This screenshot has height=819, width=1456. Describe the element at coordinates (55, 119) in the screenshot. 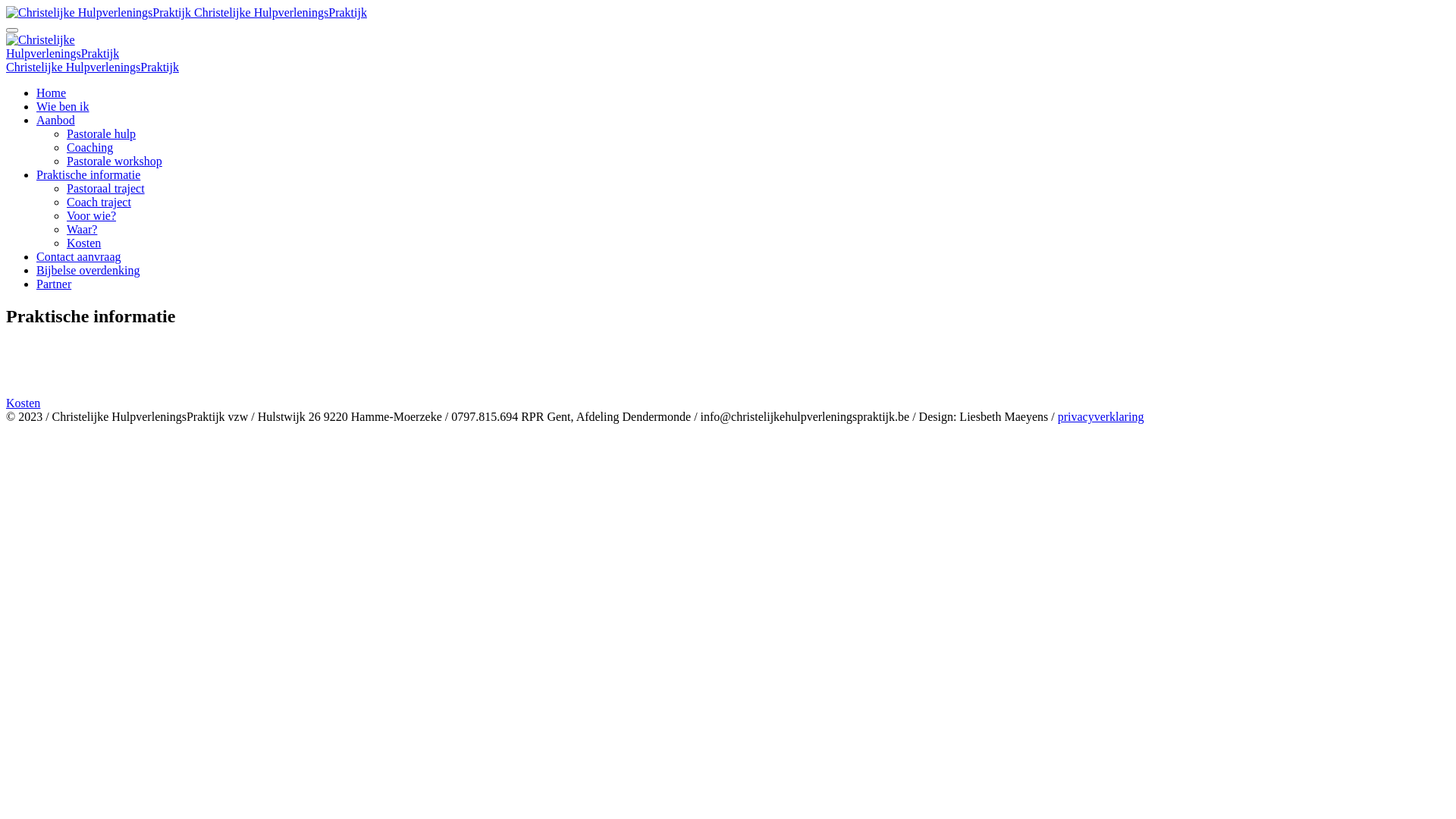

I see `'Aanbod'` at that location.